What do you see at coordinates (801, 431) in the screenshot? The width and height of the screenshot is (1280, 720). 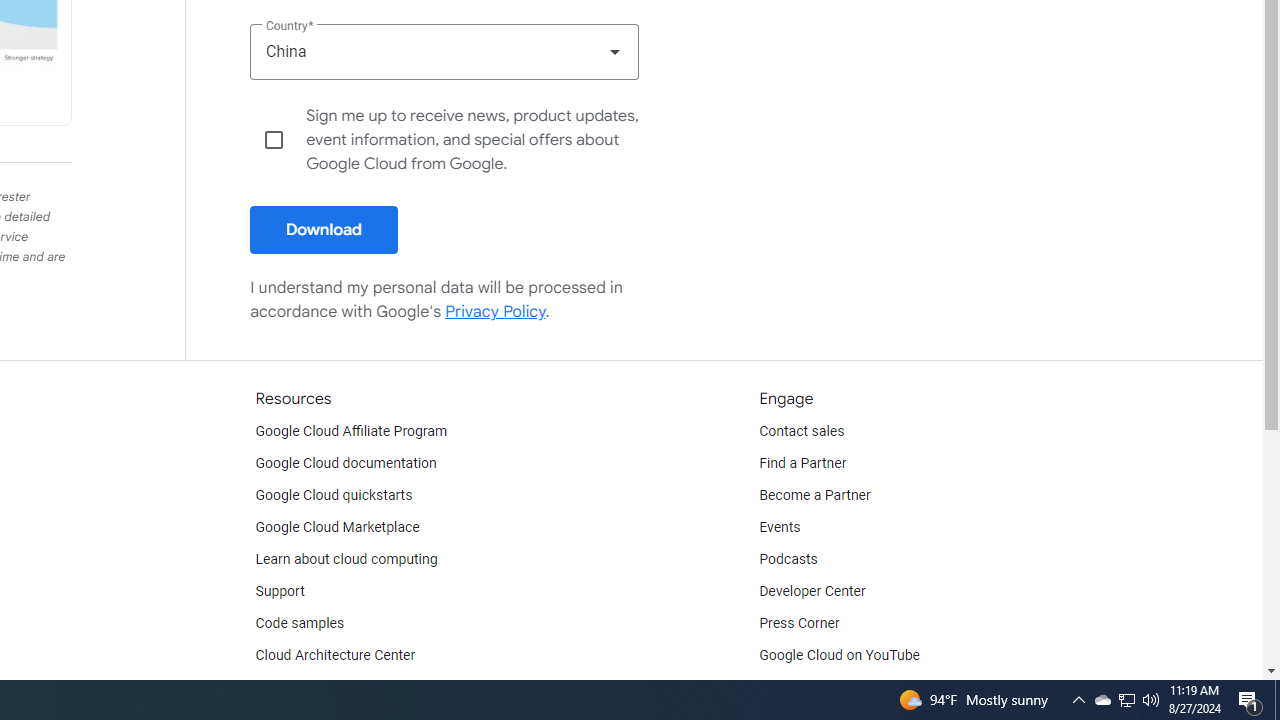 I see `'Contact sales'` at bounding box center [801, 431].